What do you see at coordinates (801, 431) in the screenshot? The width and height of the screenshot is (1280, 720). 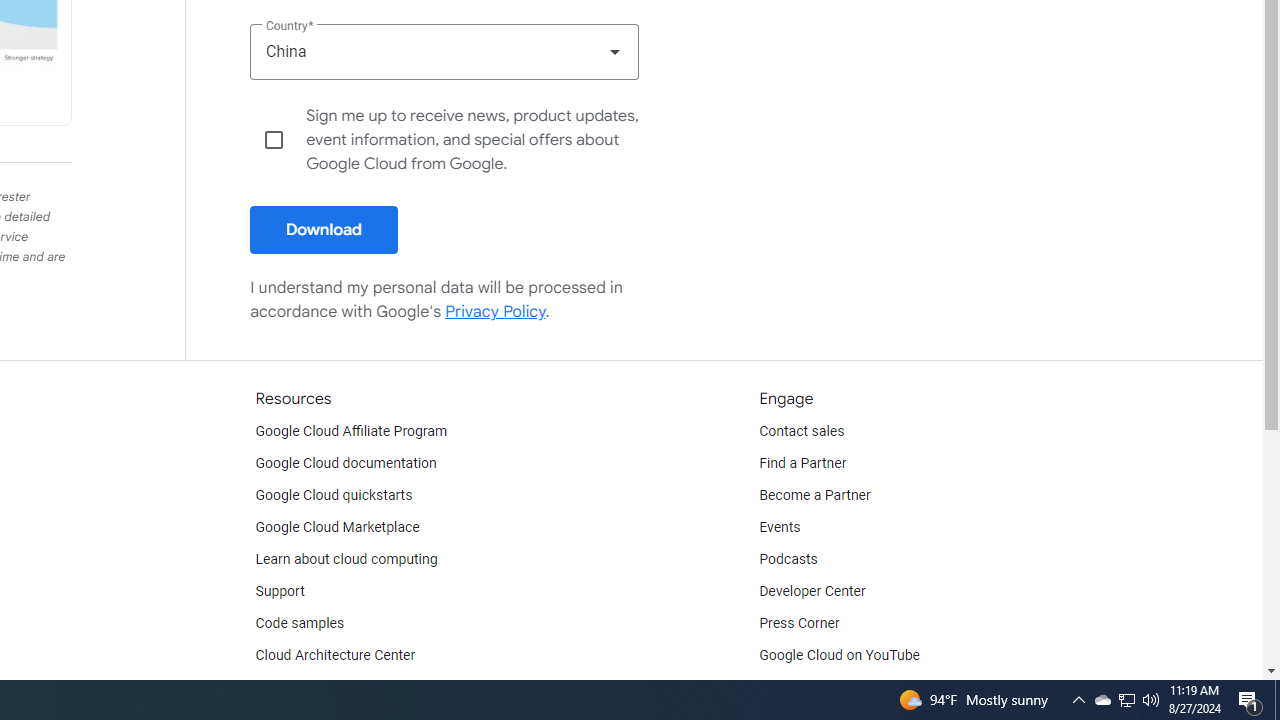 I see `'Contact sales'` at bounding box center [801, 431].